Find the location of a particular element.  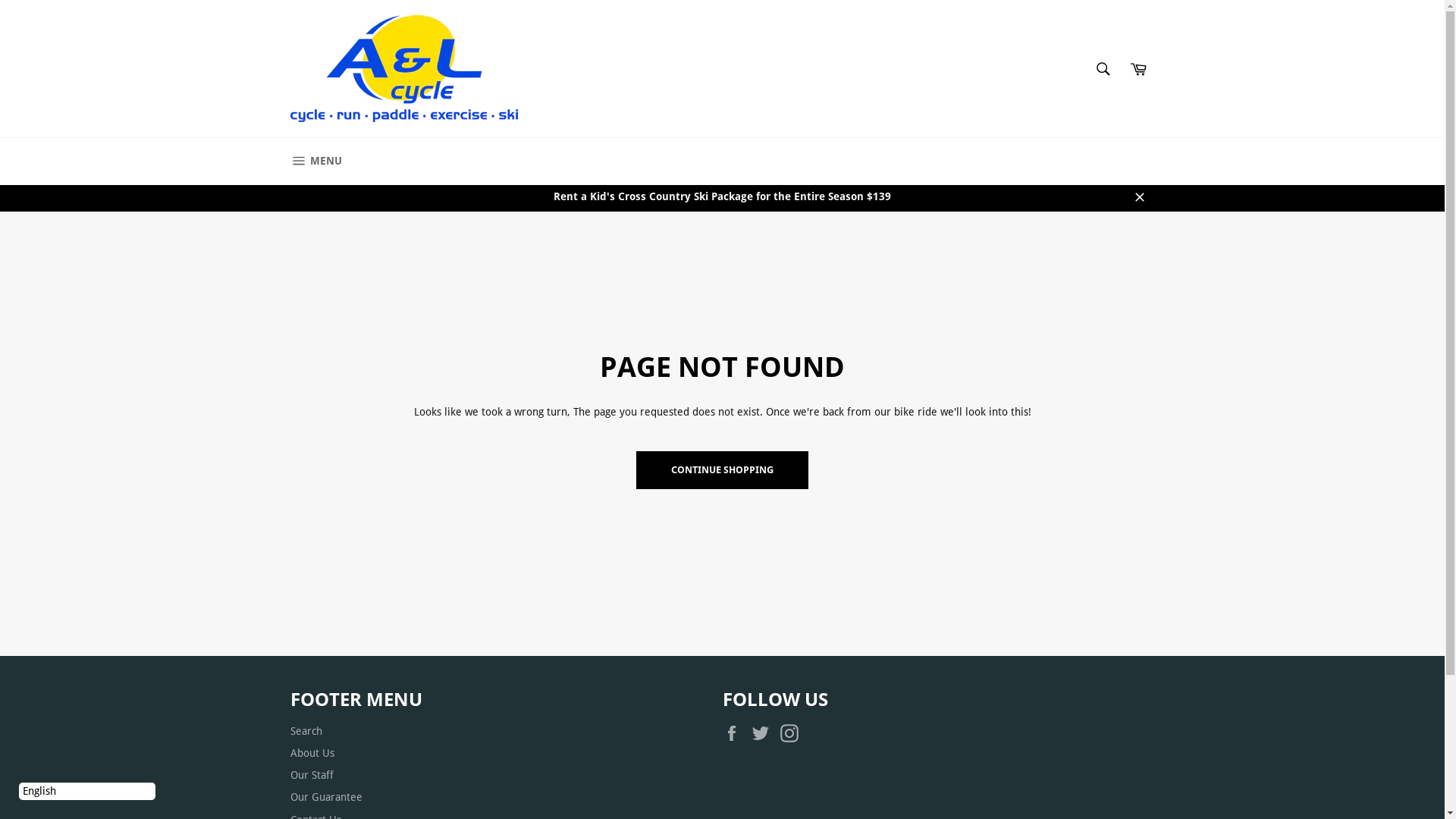

'Twitter' is located at coordinates (764, 733).